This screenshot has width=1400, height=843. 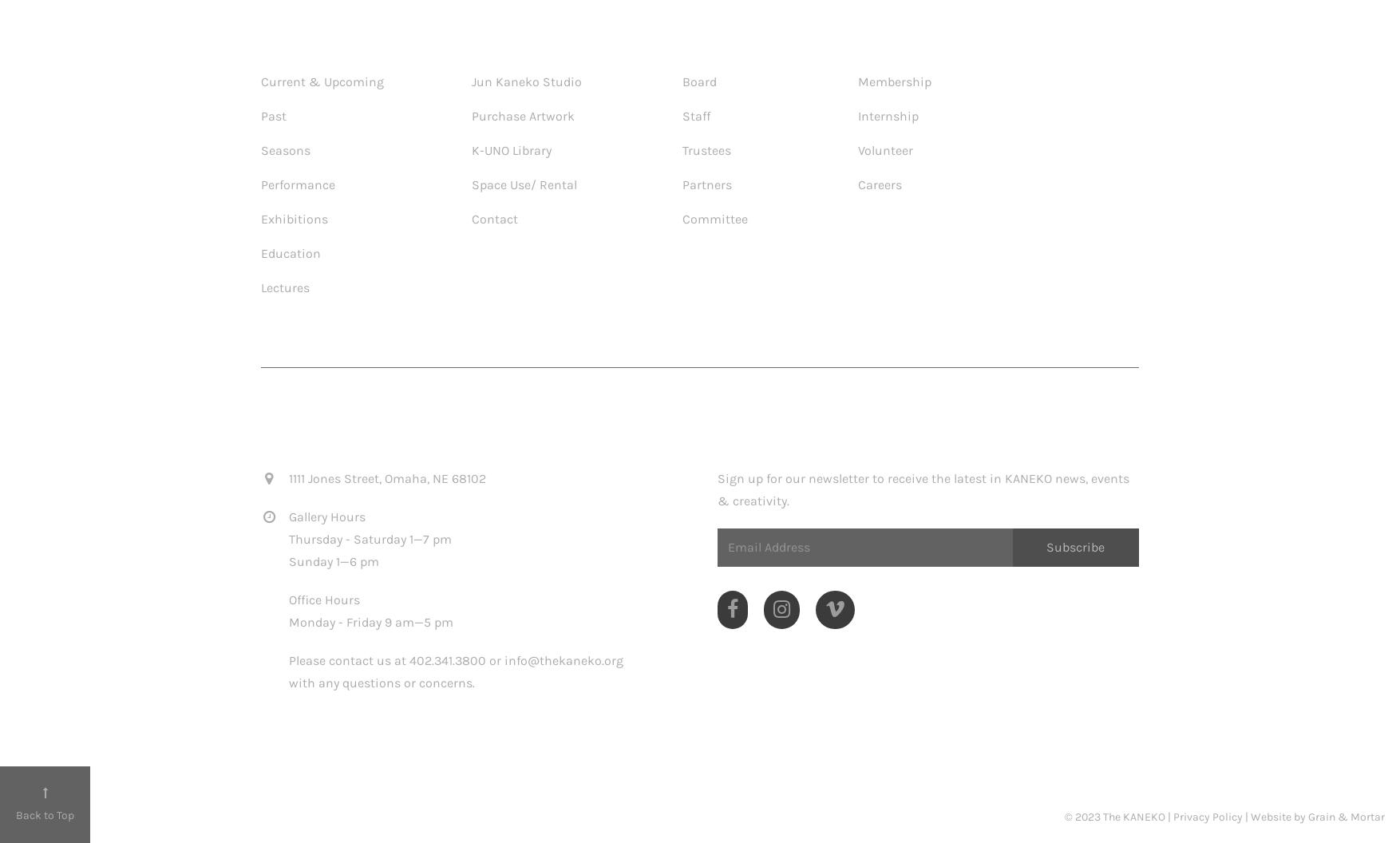 What do you see at coordinates (298, 183) in the screenshot?
I see `'Performance'` at bounding box center [298, 183].